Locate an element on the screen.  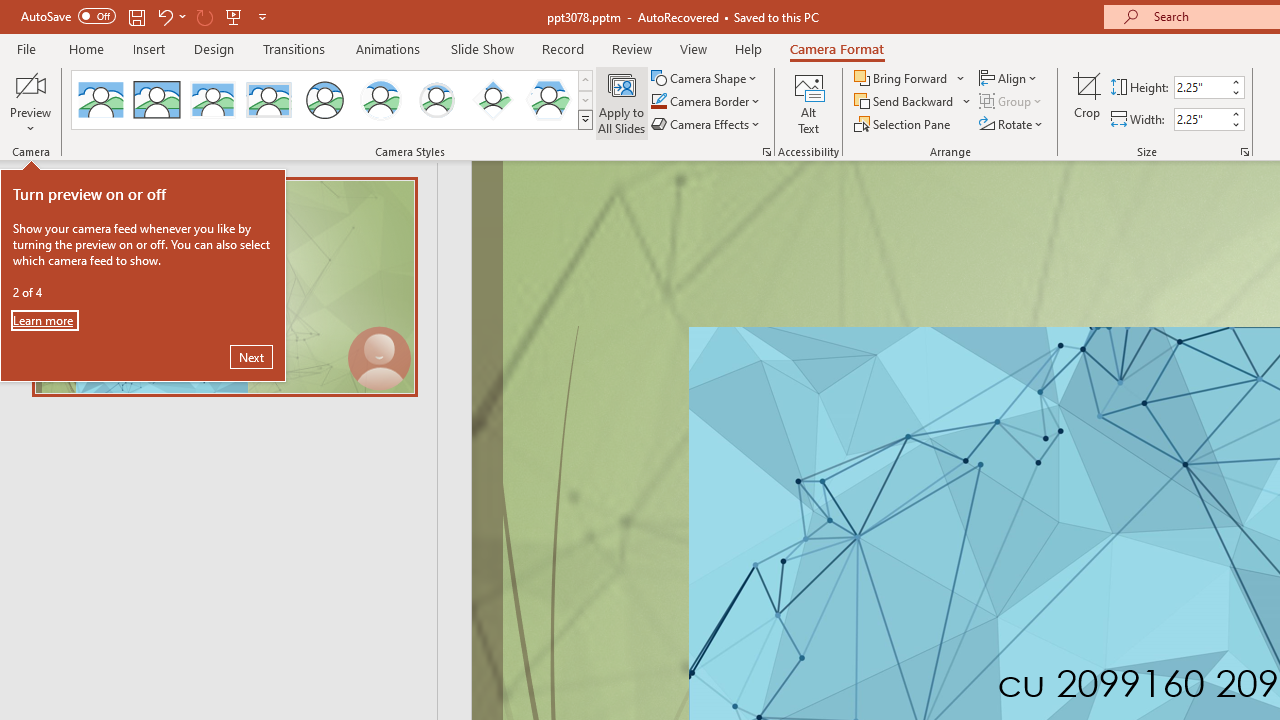
'Cameo Width' is located at coordinates (1200, 119).